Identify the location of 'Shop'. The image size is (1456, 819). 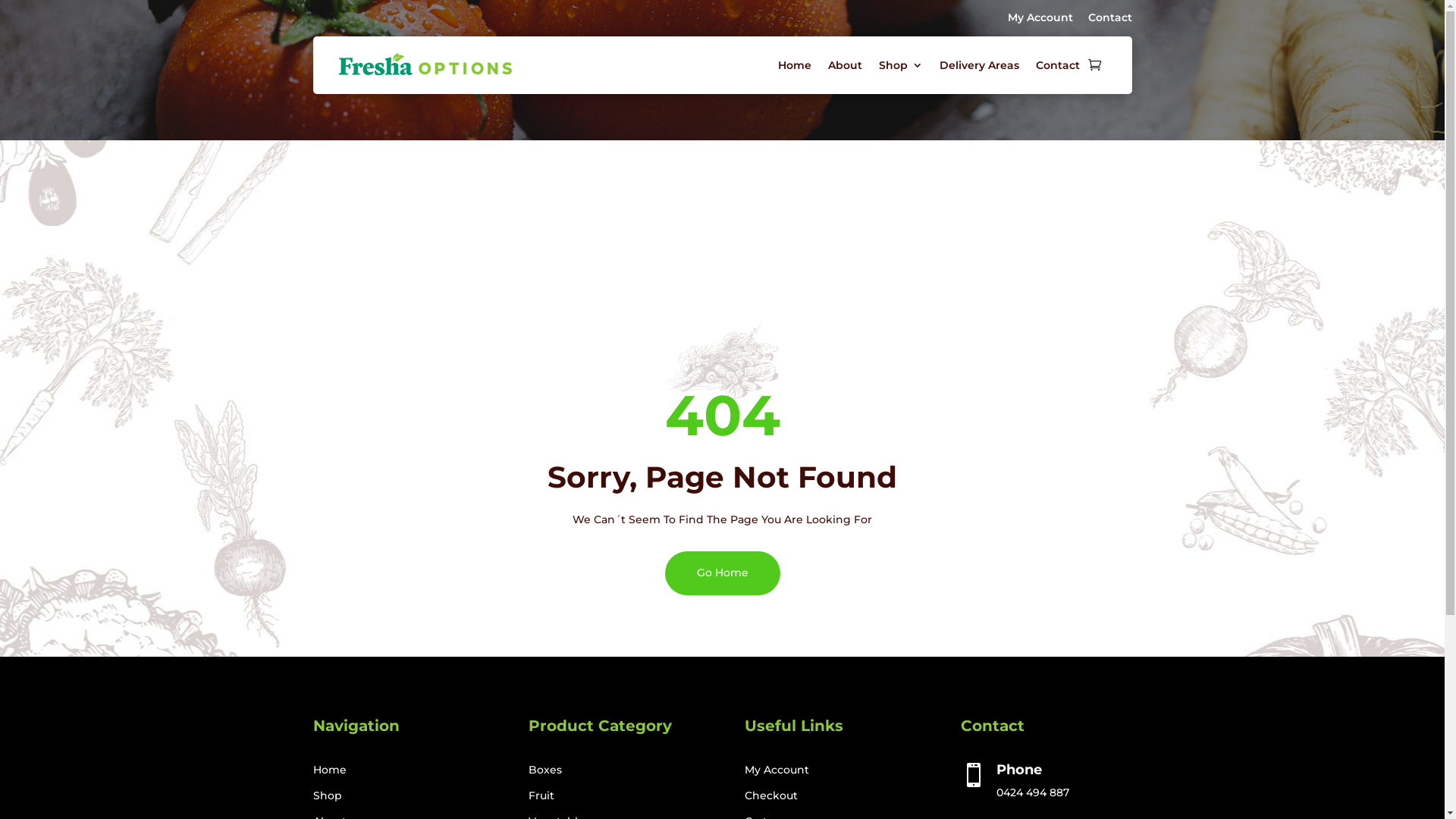
(326, 795).